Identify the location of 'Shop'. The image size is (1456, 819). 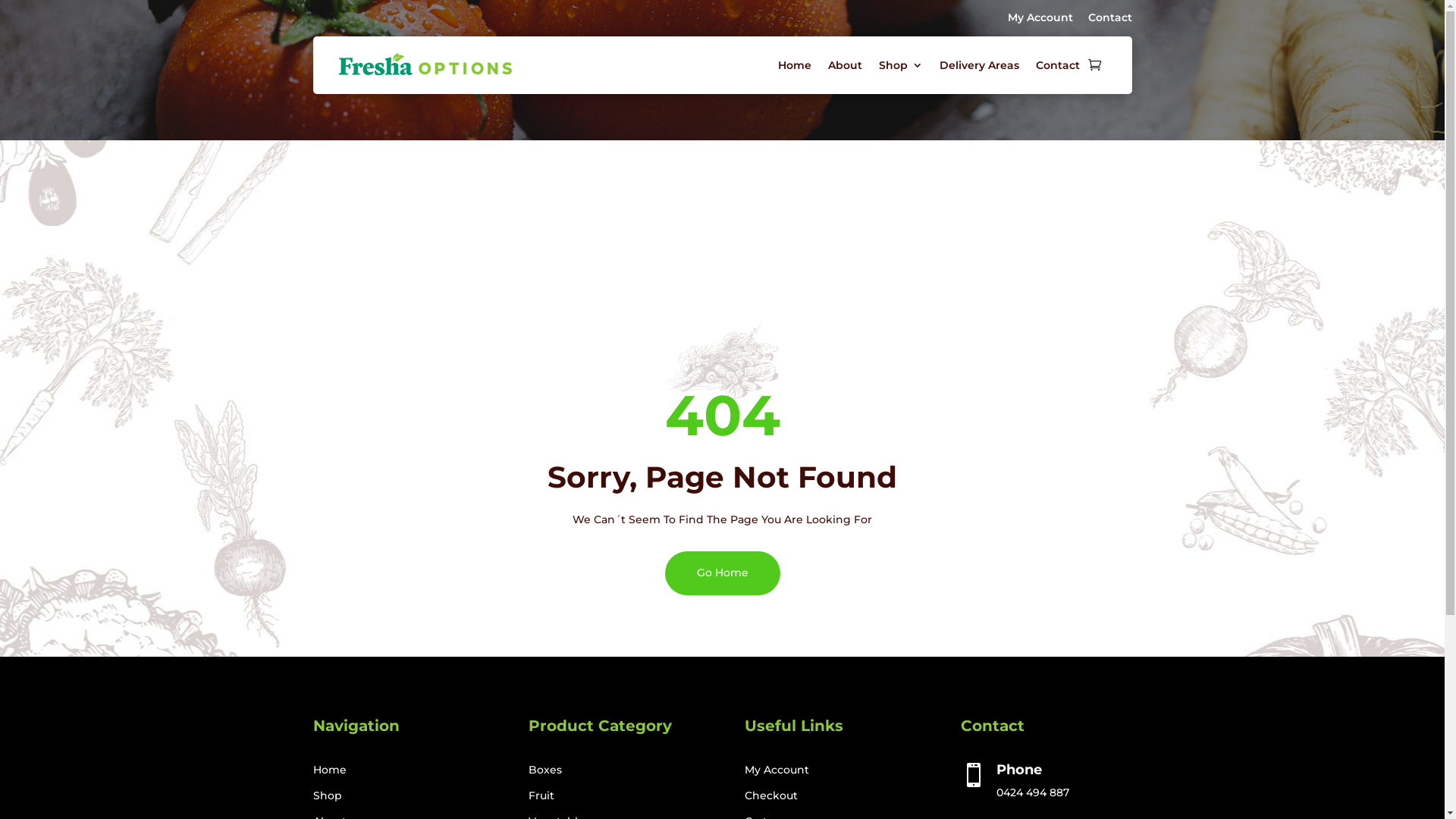
(326, 795).